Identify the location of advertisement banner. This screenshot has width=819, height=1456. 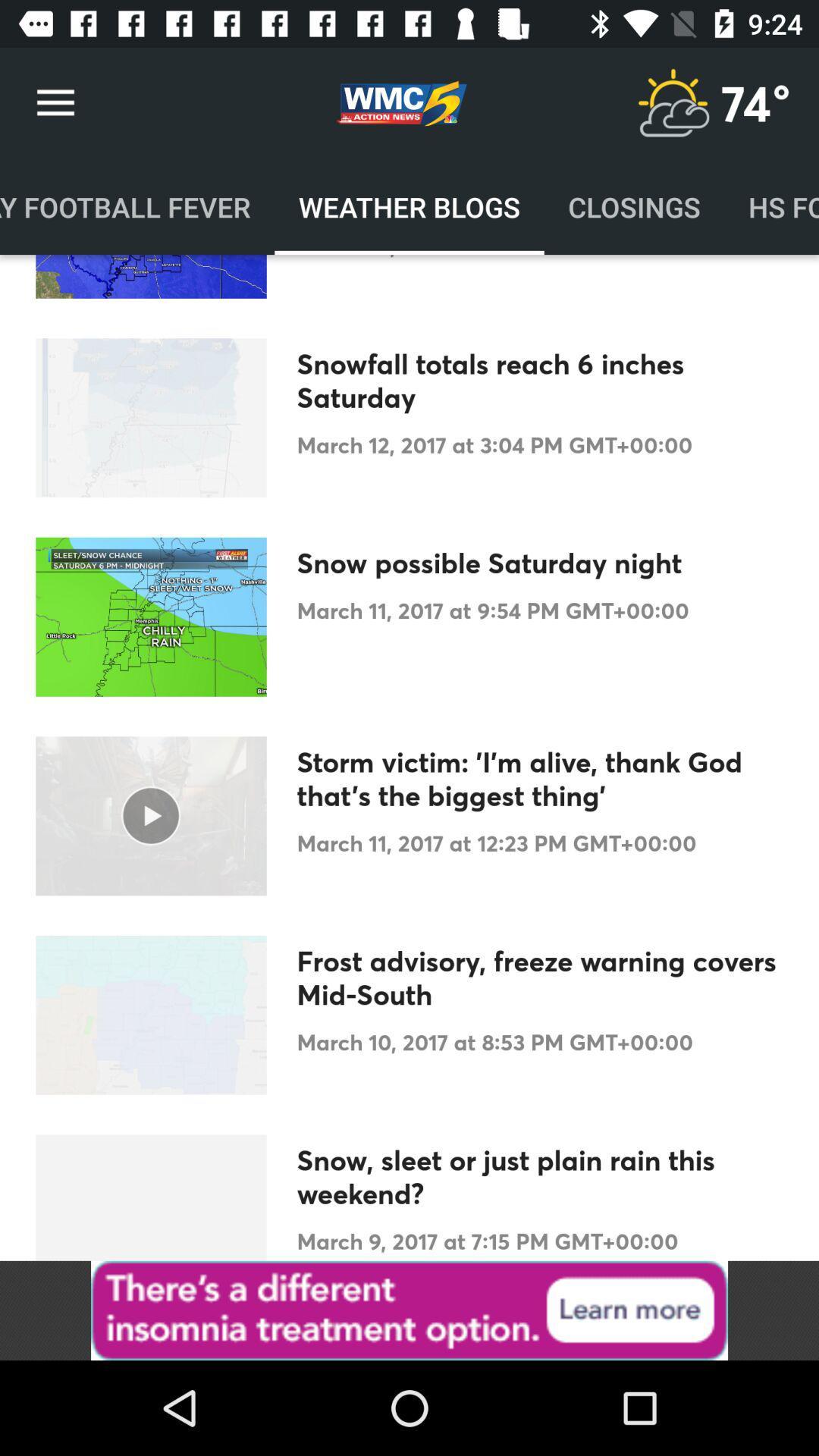
(409, 1310).